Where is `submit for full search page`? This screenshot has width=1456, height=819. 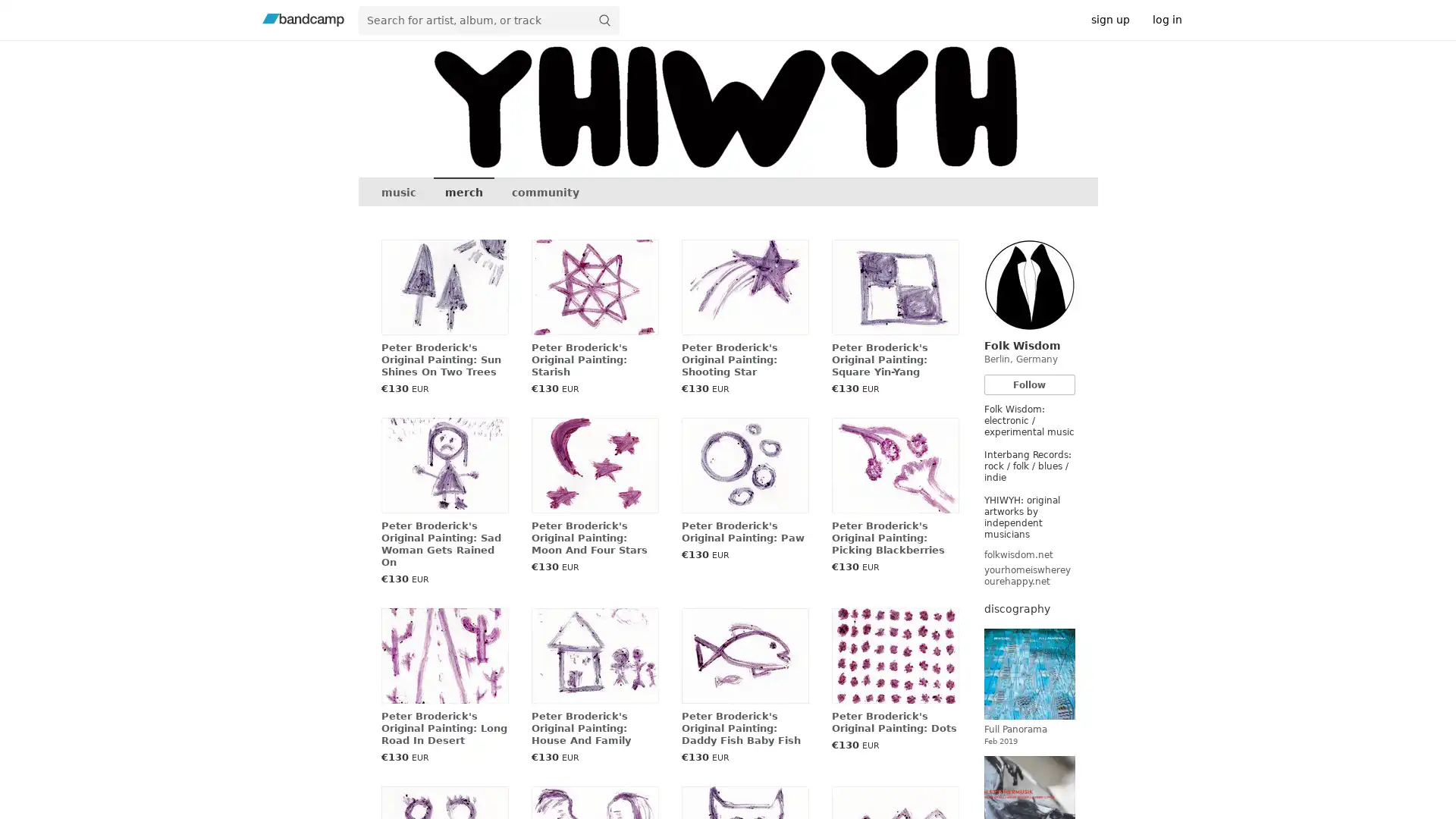 submit for full search page is located at coordinates (603, 20).